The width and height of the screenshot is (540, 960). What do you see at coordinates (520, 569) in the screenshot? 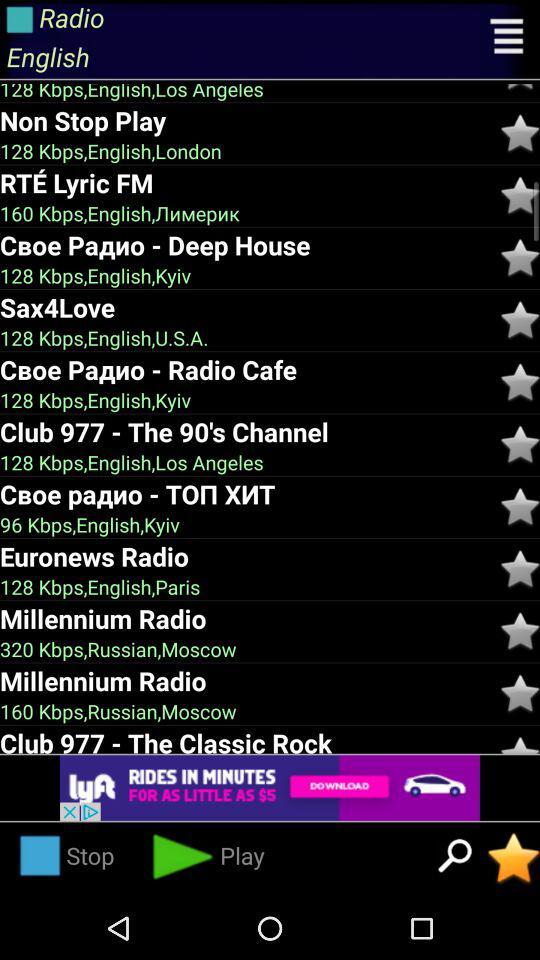
I see `to favourites` at bounding box center [520, 569].